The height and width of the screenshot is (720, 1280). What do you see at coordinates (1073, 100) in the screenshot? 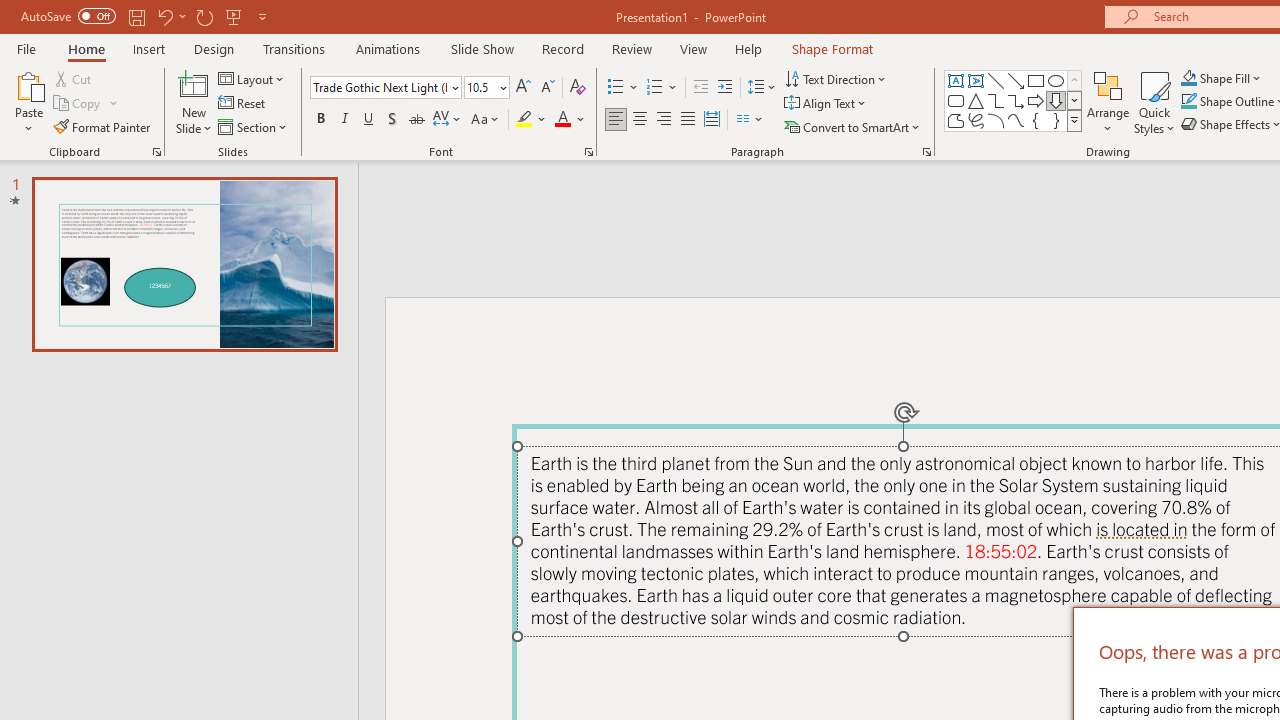
I see `'Row Down'` at bounding box center [1073, 100].